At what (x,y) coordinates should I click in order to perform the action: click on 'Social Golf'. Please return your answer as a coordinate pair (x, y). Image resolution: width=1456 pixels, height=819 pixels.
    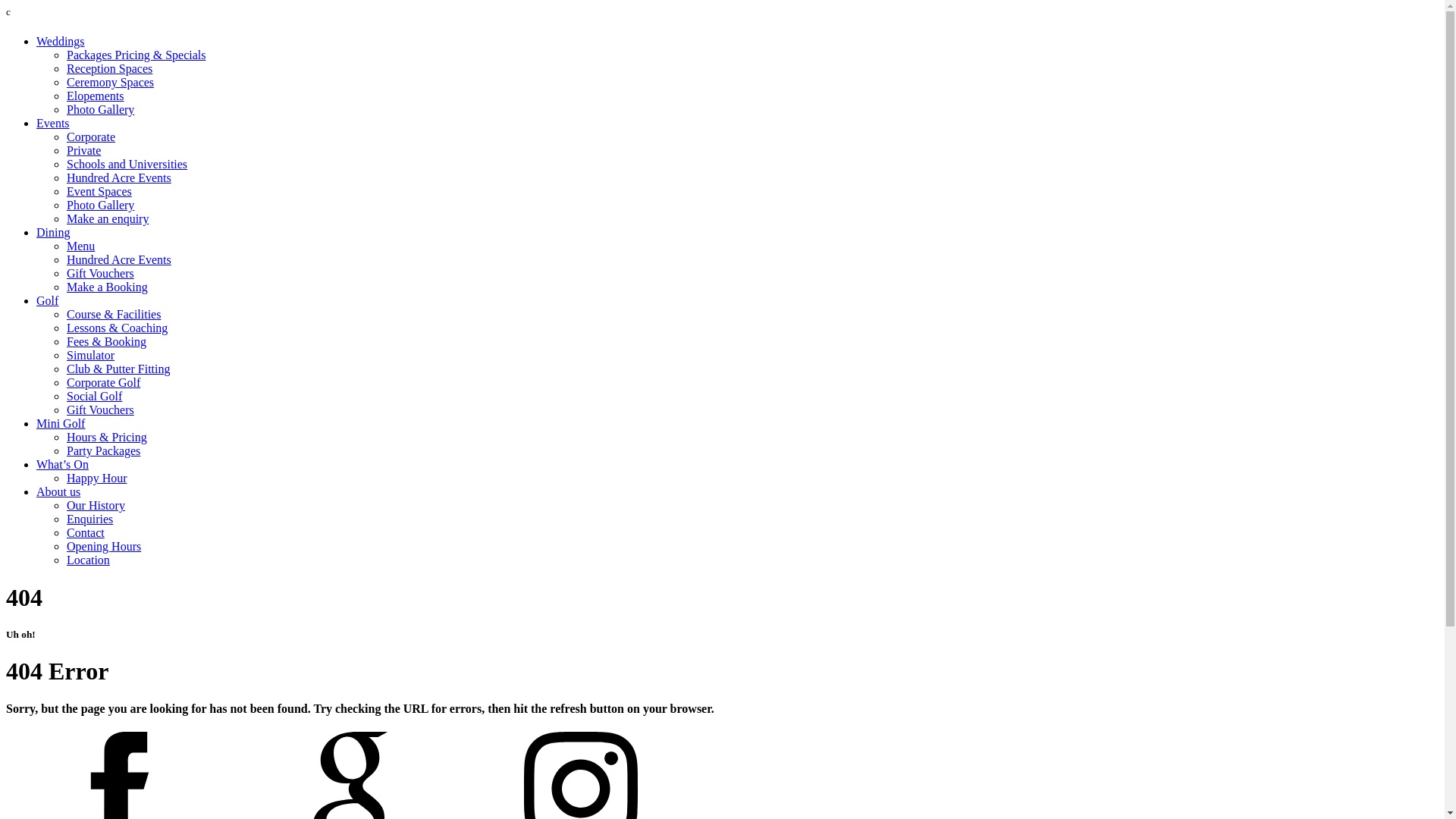
    Looking at the image, I should click on (65, 395).